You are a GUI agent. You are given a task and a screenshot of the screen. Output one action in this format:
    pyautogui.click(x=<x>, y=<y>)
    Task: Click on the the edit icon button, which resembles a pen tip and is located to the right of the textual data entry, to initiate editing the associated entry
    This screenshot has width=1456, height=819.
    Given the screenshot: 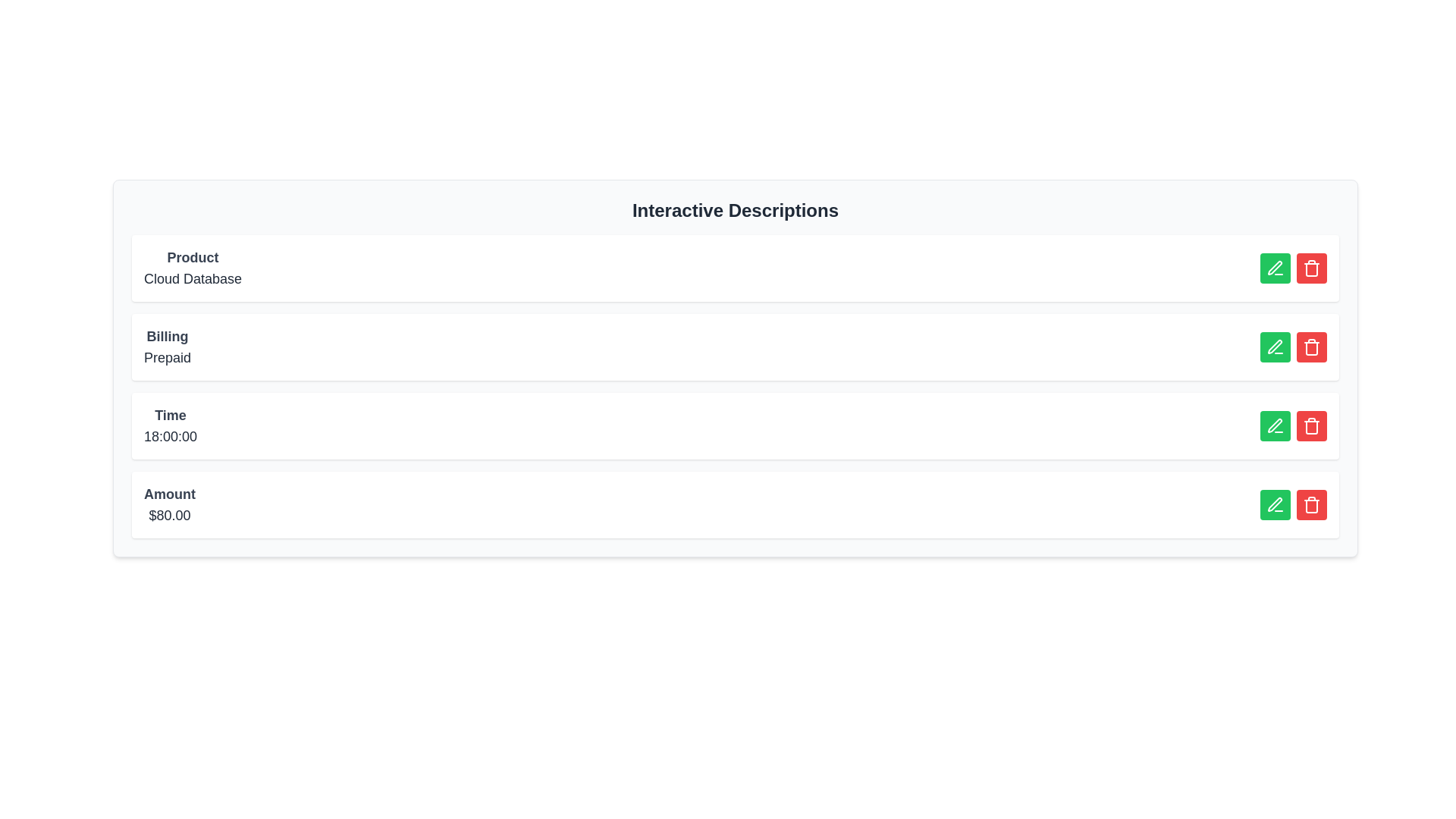 What is the action you would take?
    pyautogui.click(x=1274, y=347)
    